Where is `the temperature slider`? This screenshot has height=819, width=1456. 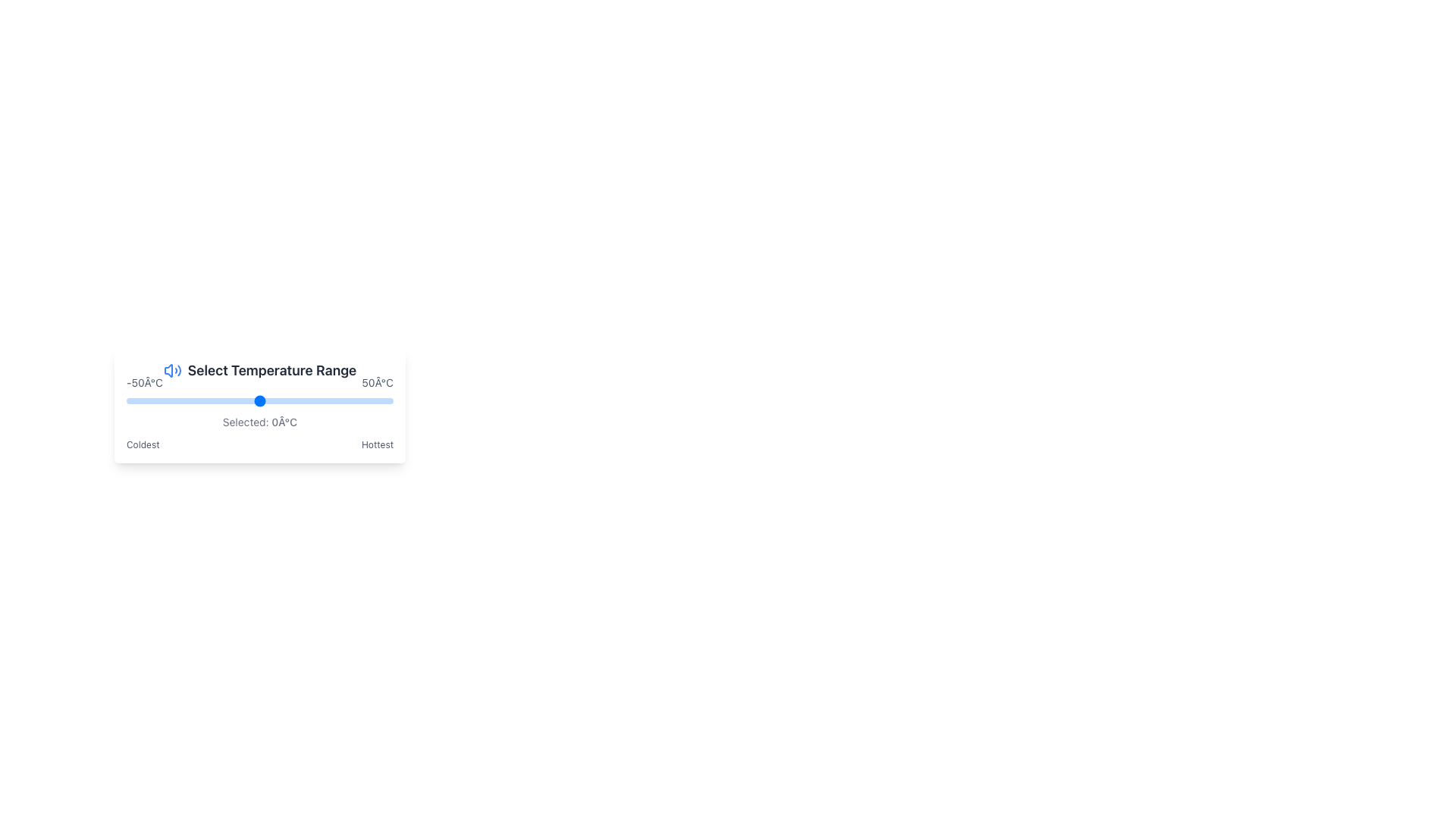
the temperature slider is located at coordinates (271, 400).